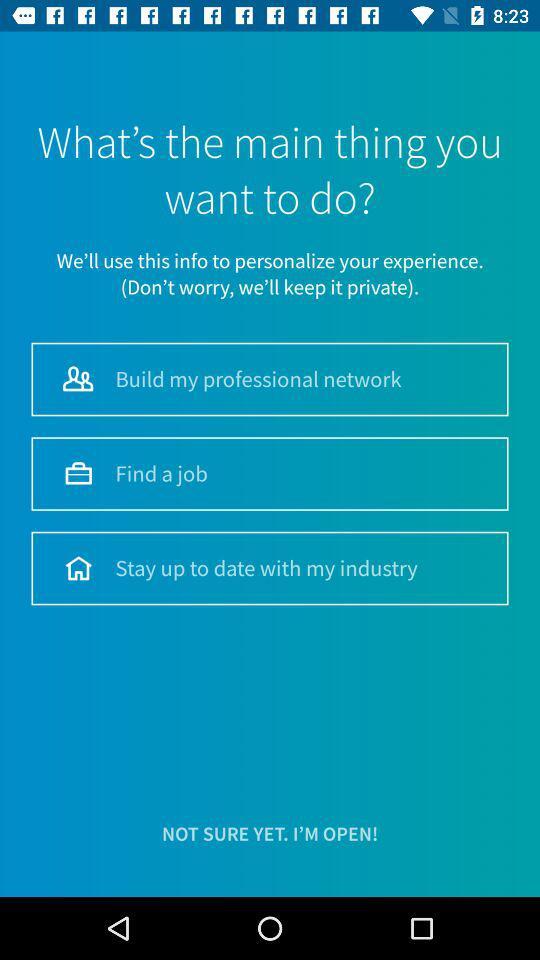 This screenshot has height=960, width=540. Describe the element at coordinates (270, 834) in the screenshot. I see `not sure yet` at that location.